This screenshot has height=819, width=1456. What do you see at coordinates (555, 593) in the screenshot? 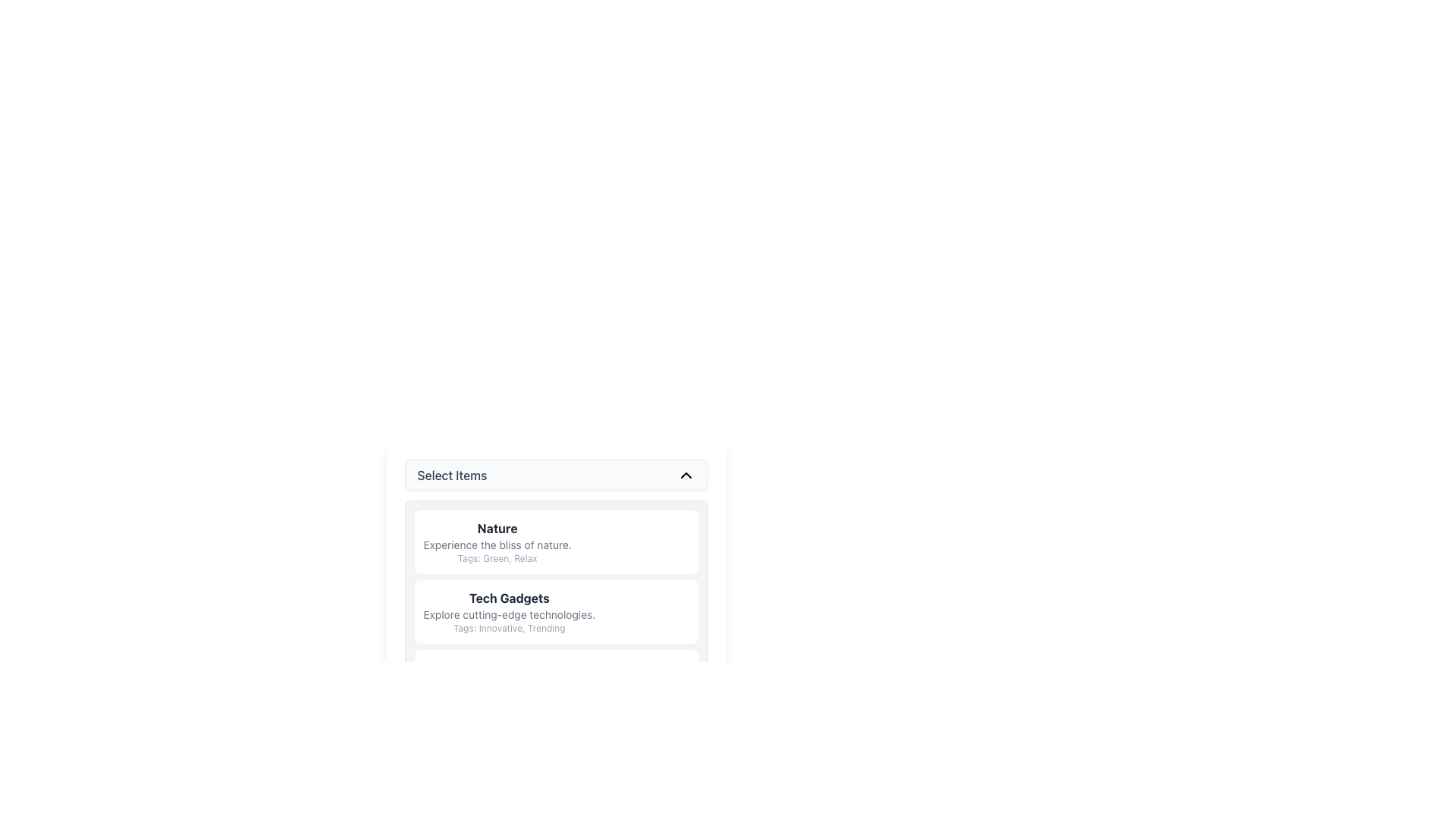
I see `the second Card component in the list labeled 'Select Items' that provides information about 'Tech Gadgets'` at bounding box center [555, 593].